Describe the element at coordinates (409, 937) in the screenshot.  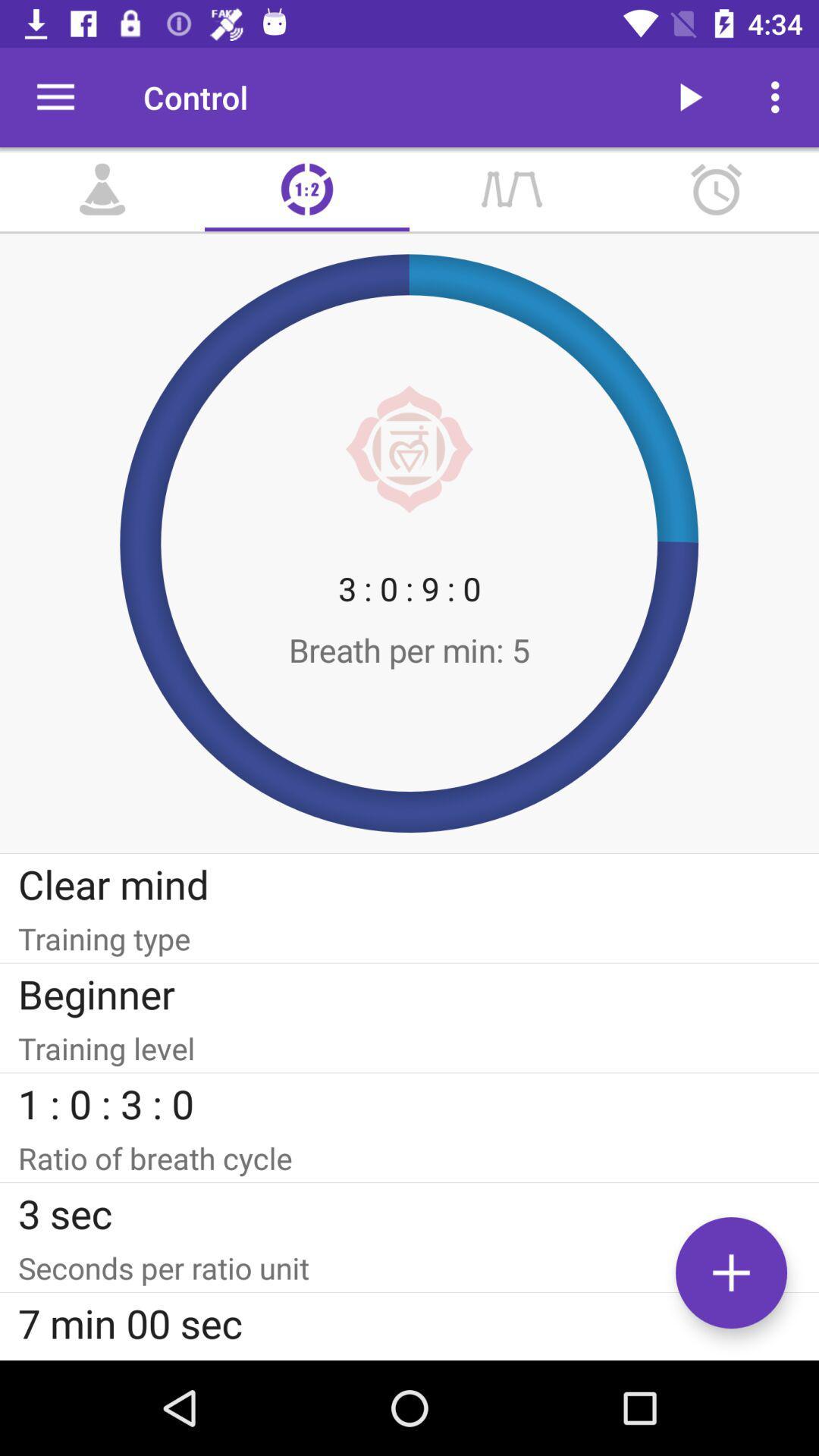
I see `the training type icon` at that location.